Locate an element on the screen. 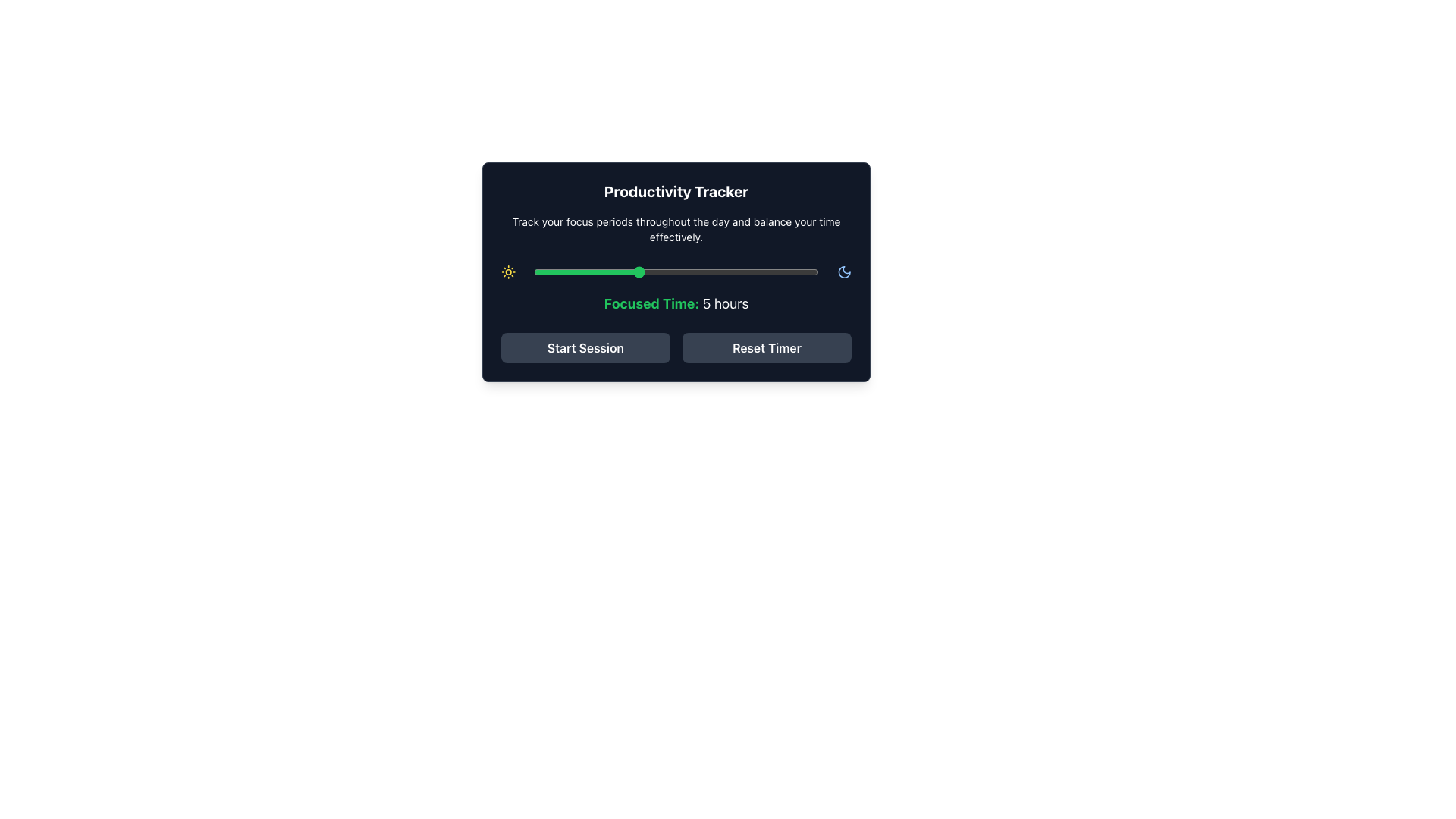 This screenshot has height=819, width=1456. the slider value is located at coordinates (714, 271).